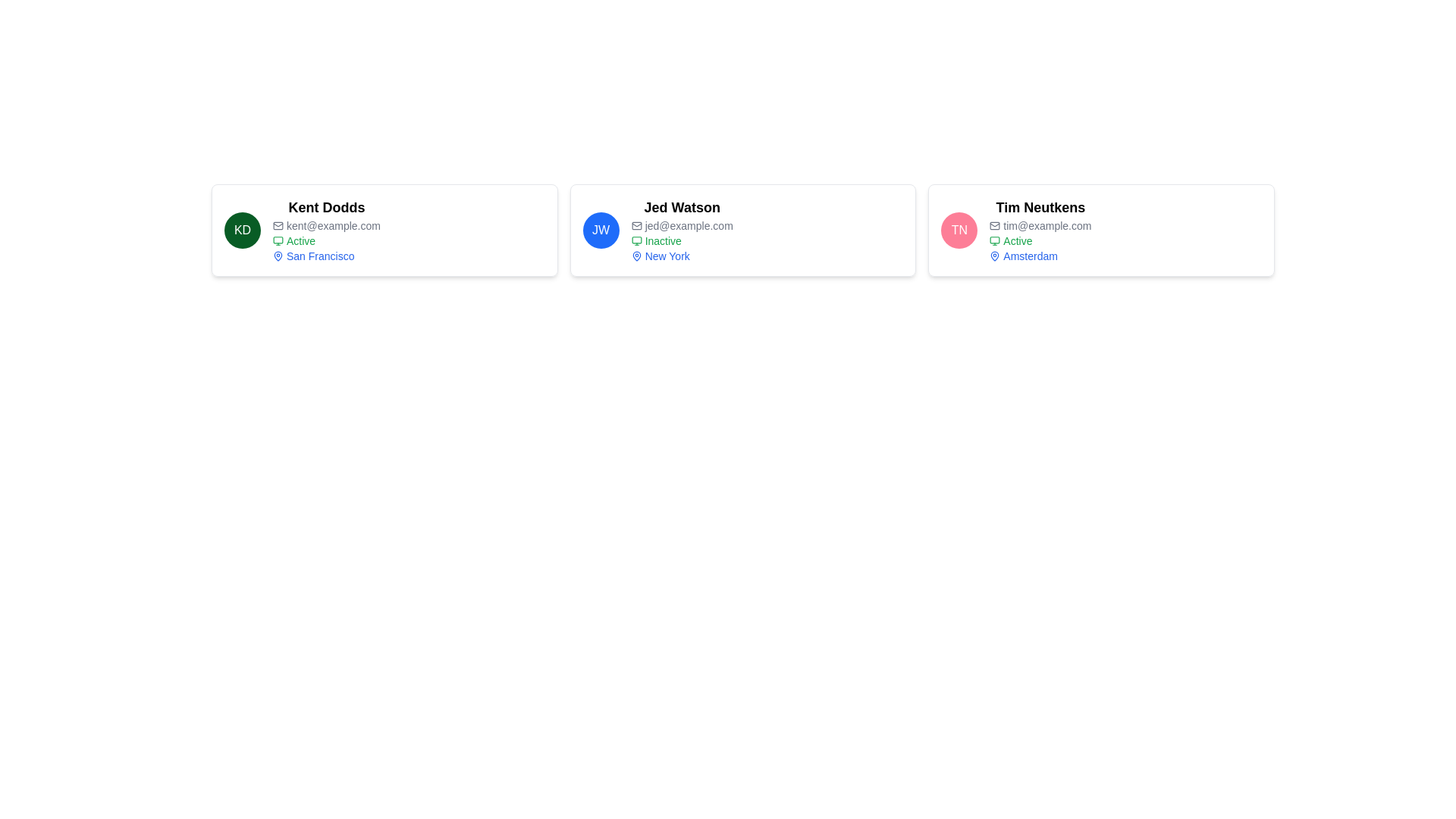  Describe the element at coordinates (995, 240) in the screenshot. I see `the green monitor icon indicating the active status for user 'Tim Neutkens', located in the bottom-left region of his card` at that location.